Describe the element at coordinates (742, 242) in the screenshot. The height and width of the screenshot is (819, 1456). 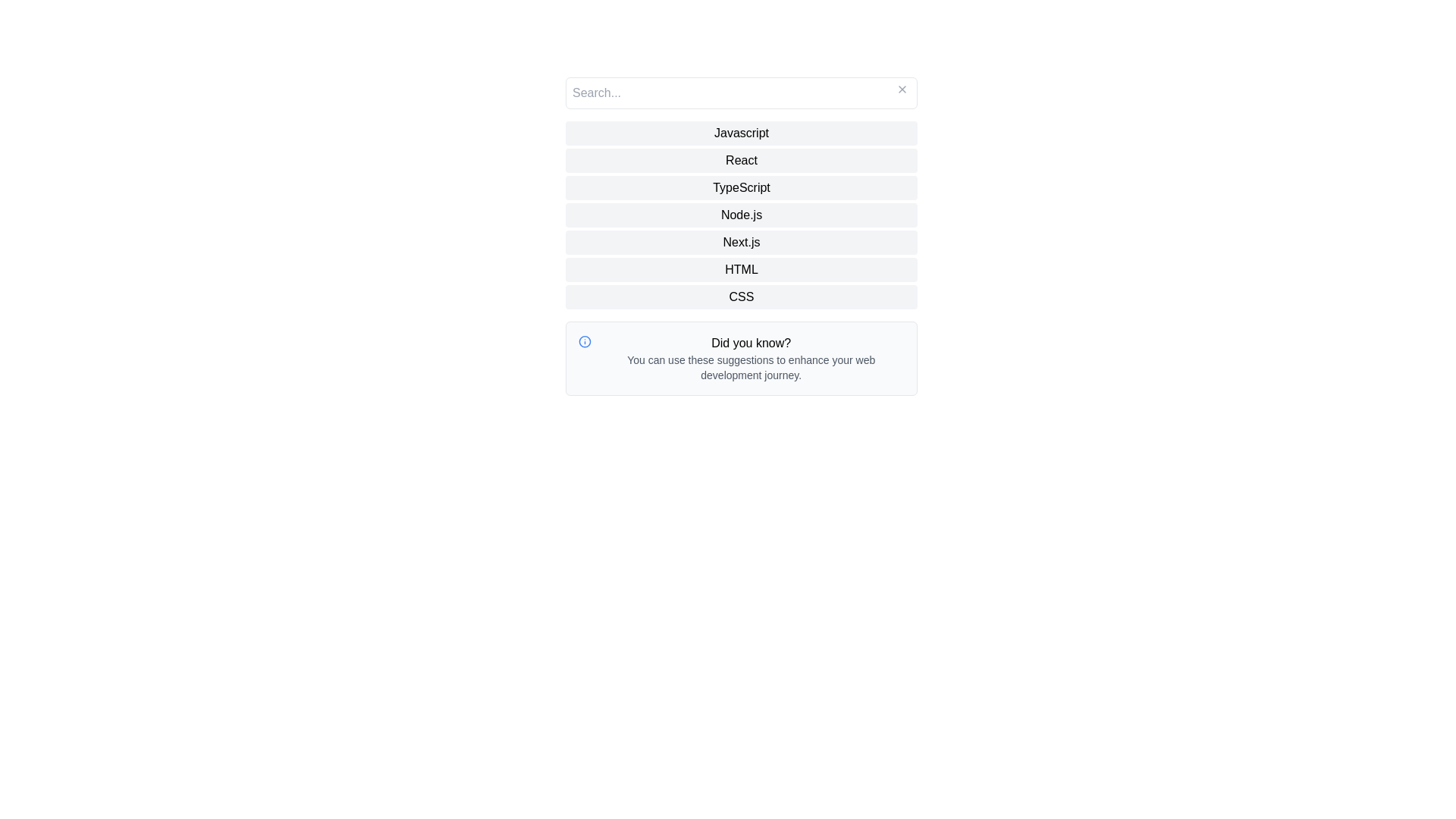
I see `the 'Next.js' label, which is the fifth item in a vertically aligned list` at that location.